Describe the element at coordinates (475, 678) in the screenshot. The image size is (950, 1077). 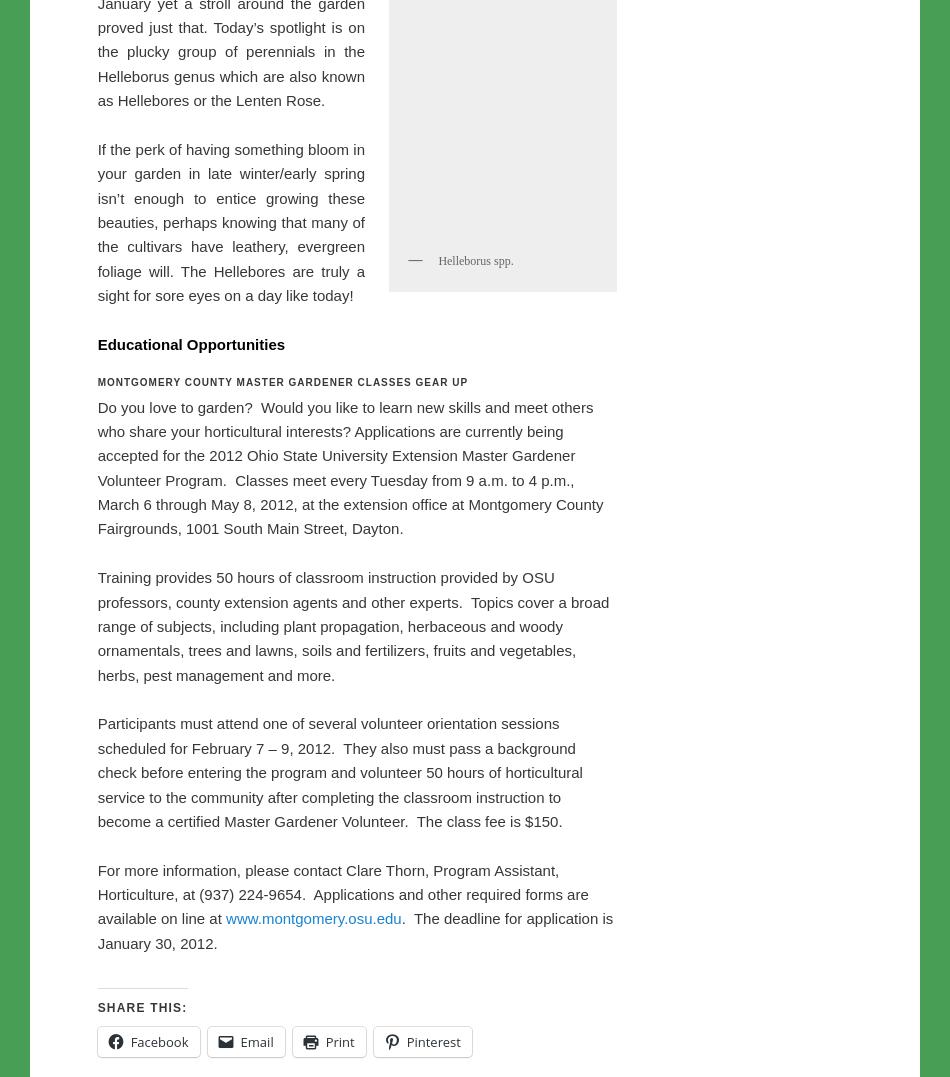
I see `'Helleborus spp.'` at that location.